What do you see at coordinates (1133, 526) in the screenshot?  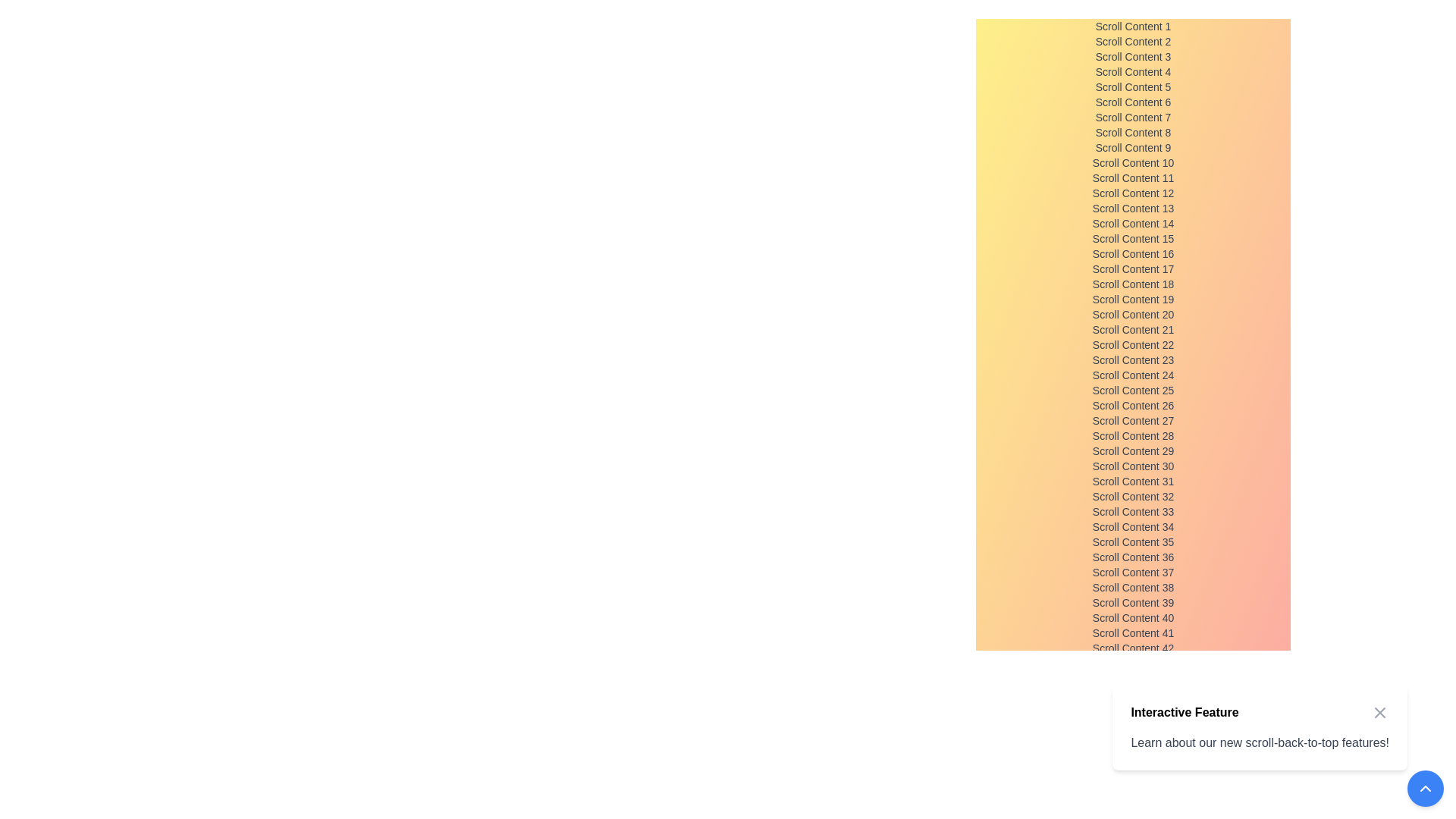 I see `the non-interactive Text label displaying 'Scroll Content 34', which is the 34th item in a vertical list sequence` at bounding box center [1133, 526].